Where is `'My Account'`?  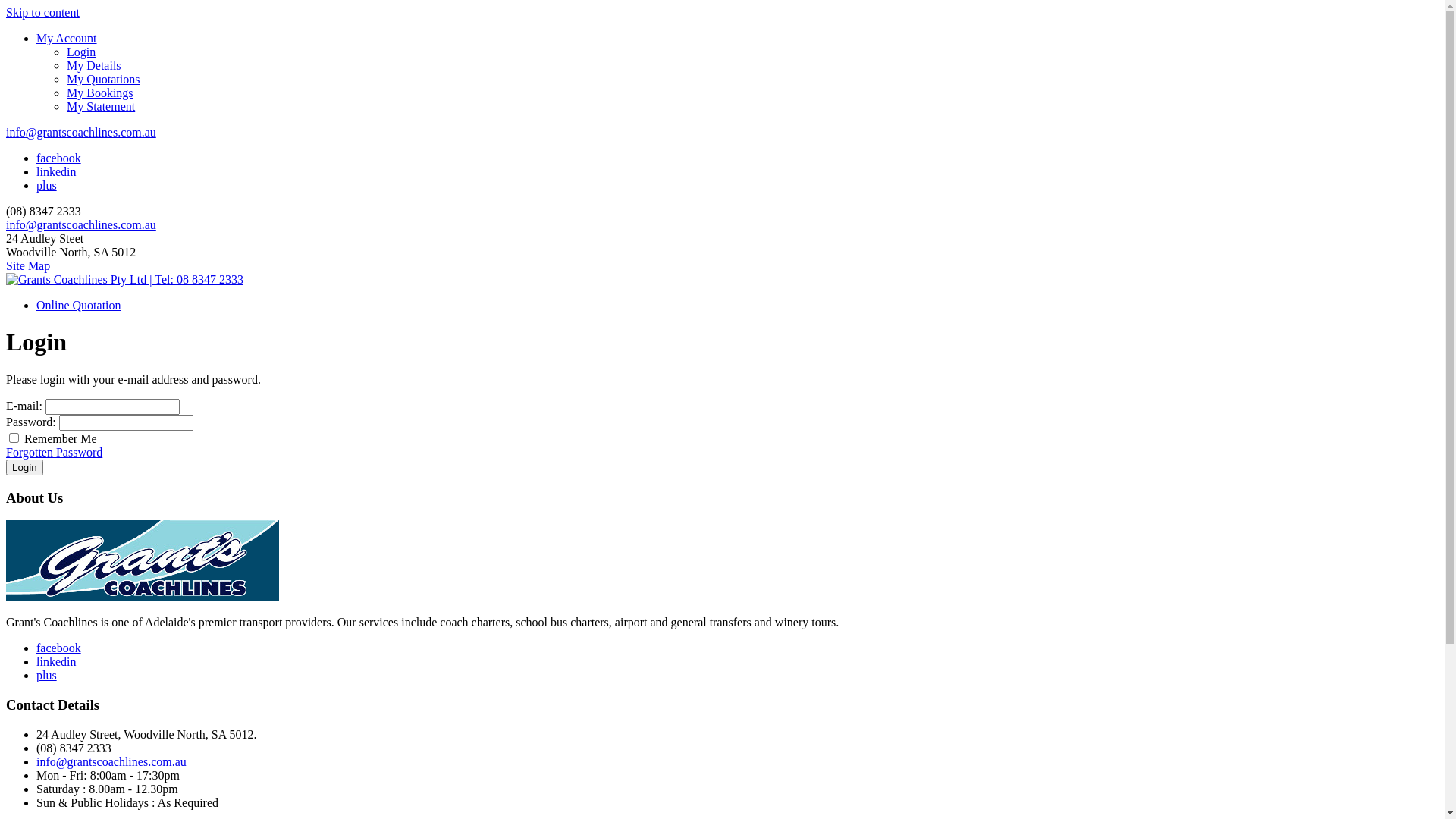
'My Account' is located at coordinates (65, 37).